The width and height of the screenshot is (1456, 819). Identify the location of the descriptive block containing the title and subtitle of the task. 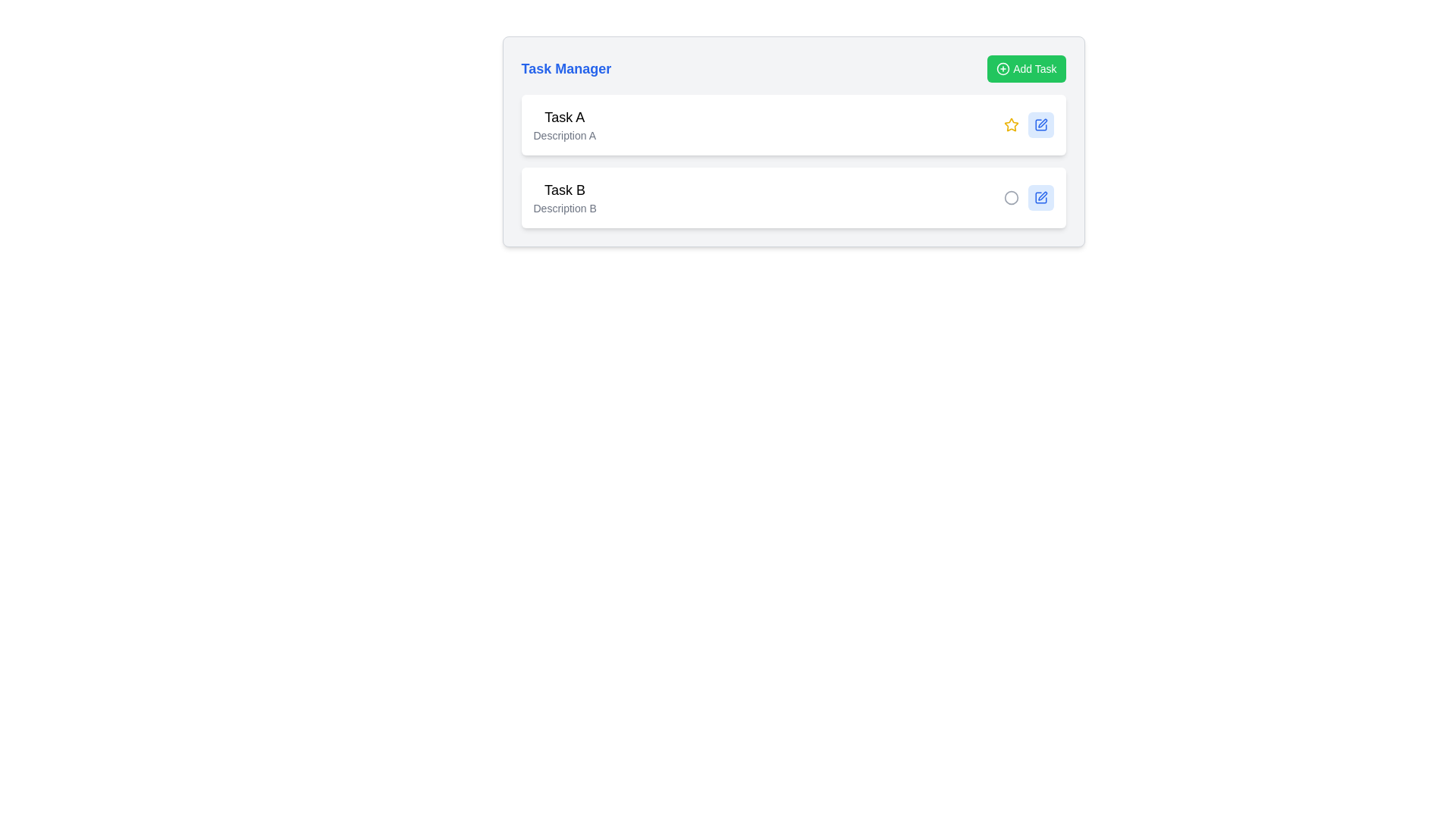
(563, 124).